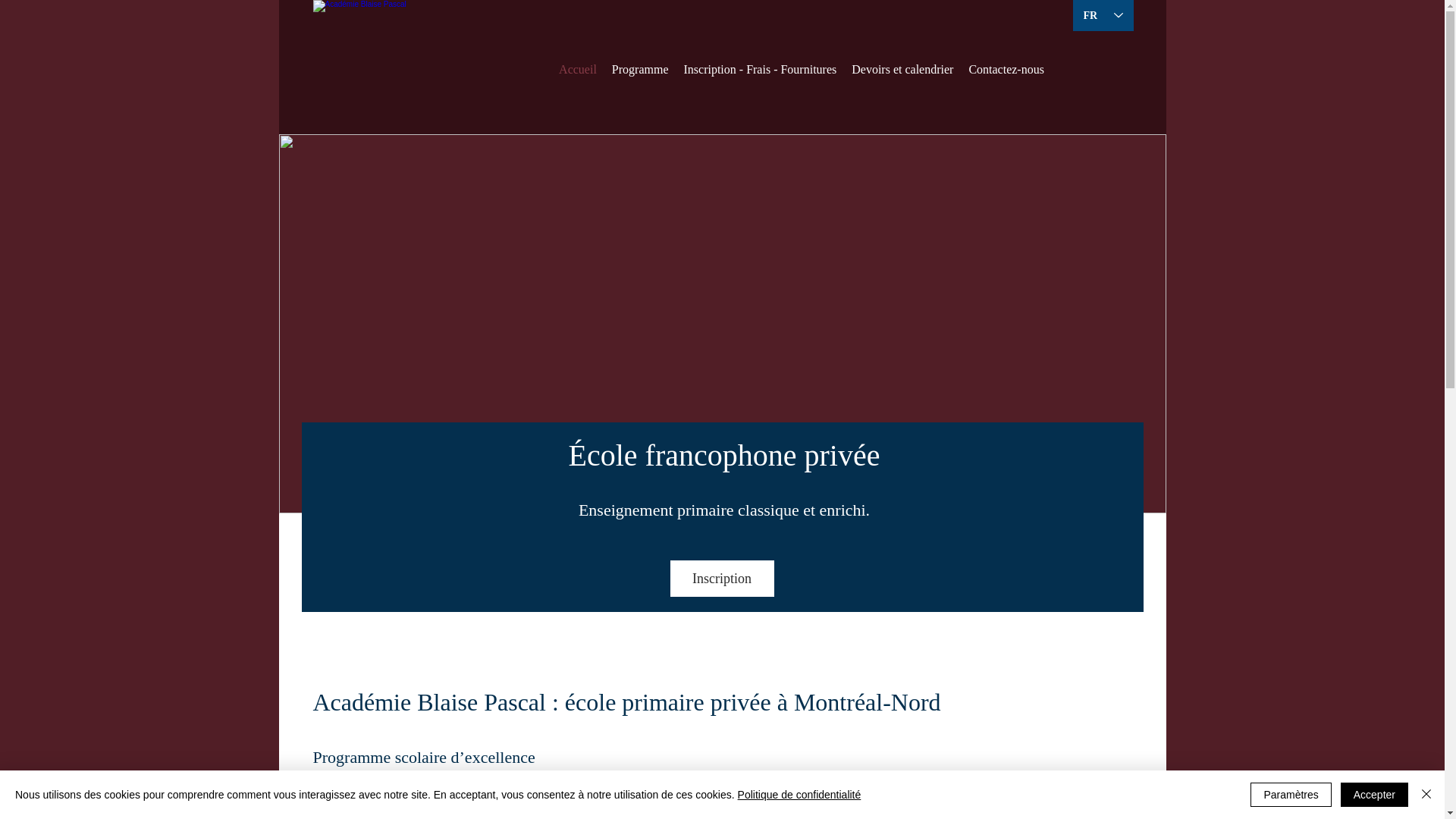 Image resolution: width=1456 pixels, height=819 pixels. What do you see at coordinates (721, 579) in the screenshot?
I see `'Inscription'` at bounding box center [721, 579].